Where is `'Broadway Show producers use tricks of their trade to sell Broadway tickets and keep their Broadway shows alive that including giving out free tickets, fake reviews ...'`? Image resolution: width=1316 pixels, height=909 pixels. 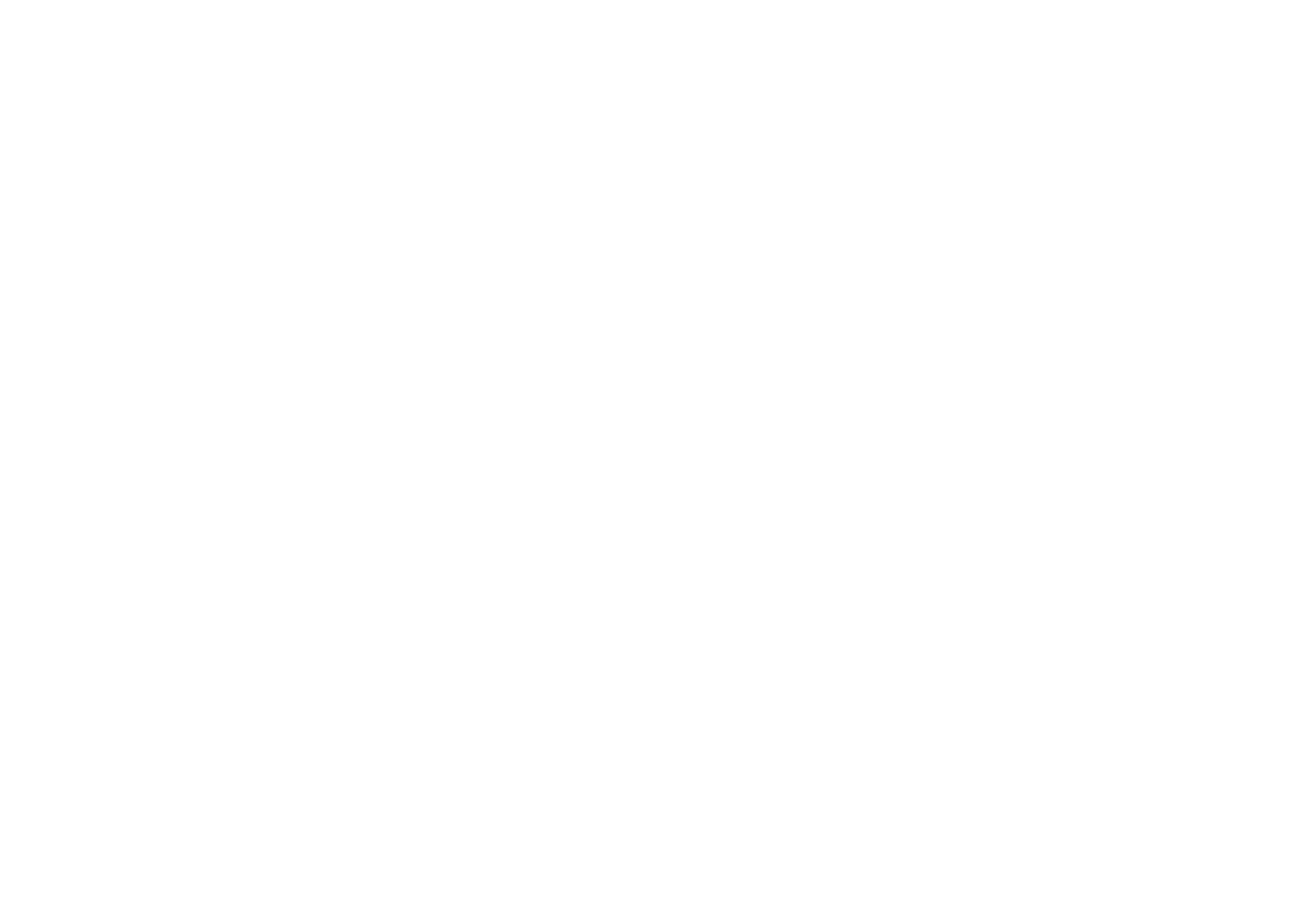 'Broadway Show producers use tricks of their trade to sell Broadway tickets and keep their Broadway shows alive that including giving out free tickets, fake reviews ...' is located at coordinates (184, 160).